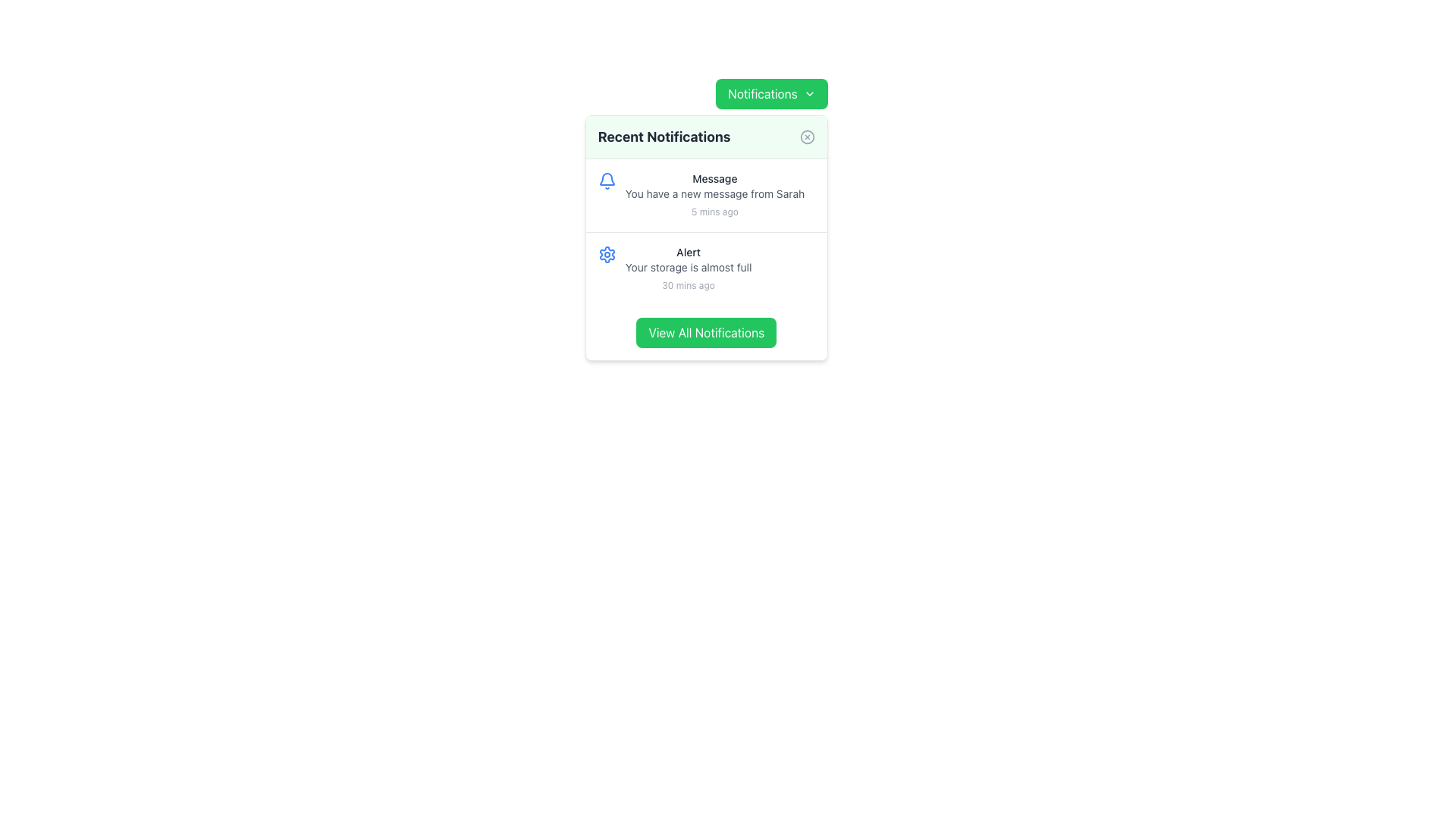 The width and height of the screenshot is (1456, 819). Describe the element at coordinates (705, 268) in the screenshot. I see `notification with the gear icon titled 'Alert' that indicates 'Your storage is almost full'` at that location.